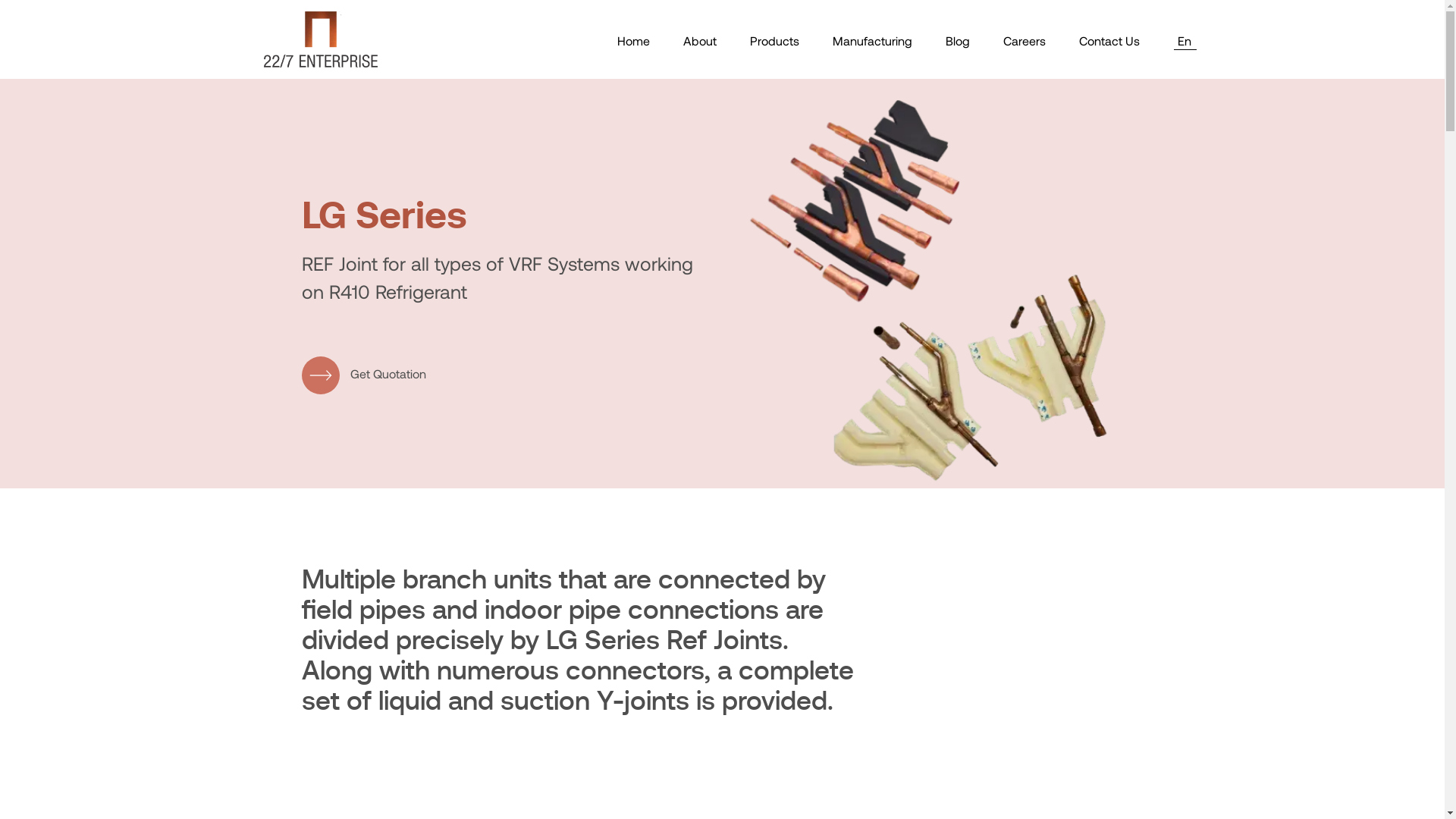 This screenshot has height=819, width=1456. Describe the element at coordinates (1109, 39) in the screenshot. I see `'Contact Us'` at that location.